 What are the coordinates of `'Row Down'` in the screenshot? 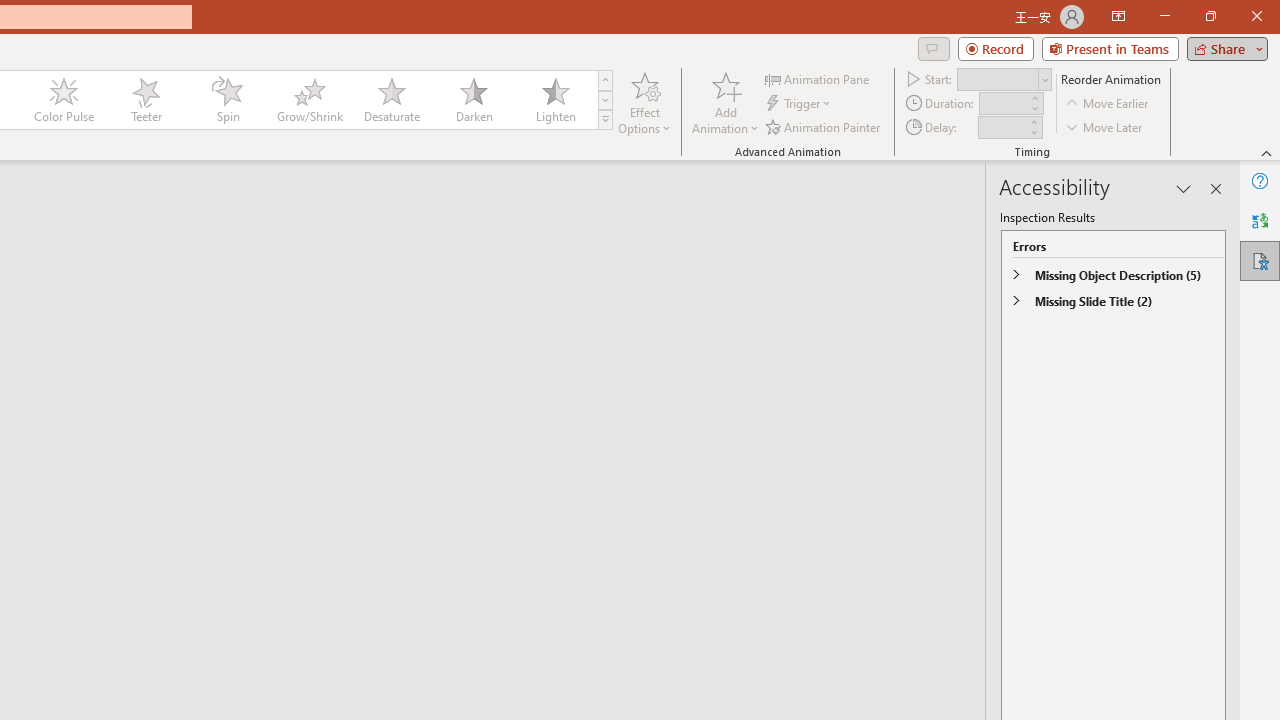 It's located at (604, 100).